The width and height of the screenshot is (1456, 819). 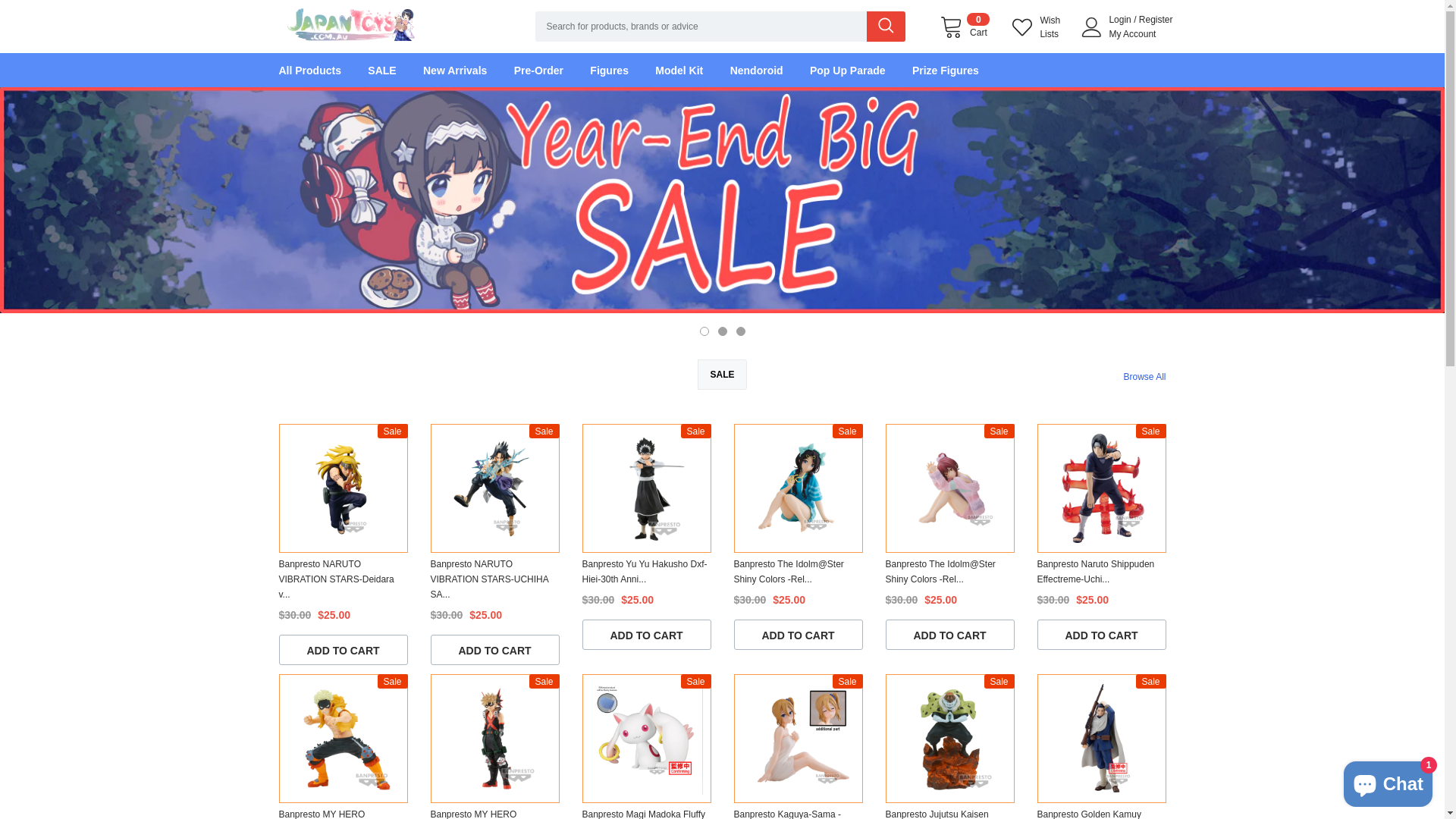 I want to click on 'Banpresto NARUTO VIBRATION STARS-UCHIHA SA...', so click(x=429, y=579).